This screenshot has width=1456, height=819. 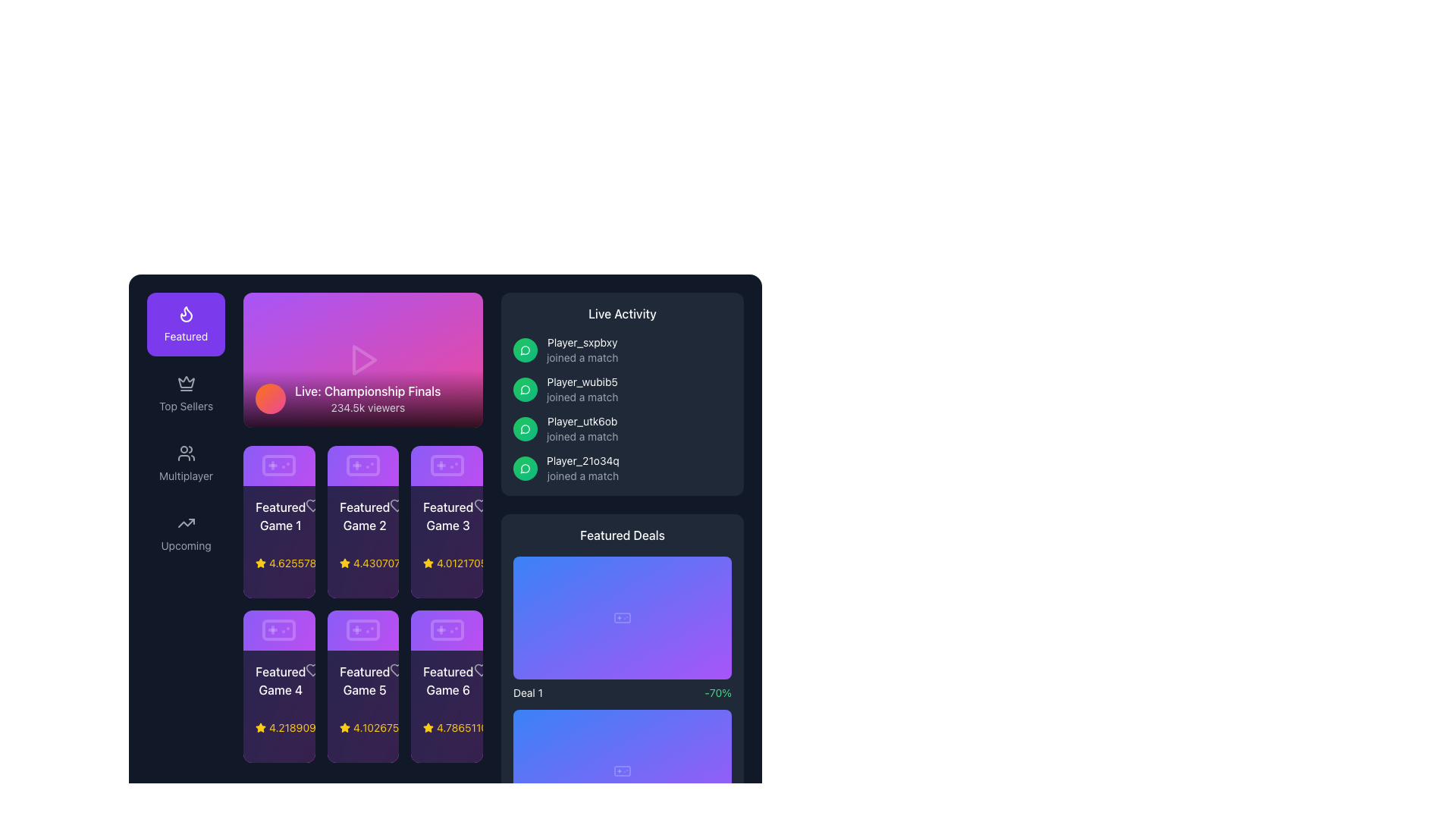 I want to click on text of the 'Upcoming' label located at the bottom of the sidebar menu, which is styled with a small gray font, so click(x=185, y=546).